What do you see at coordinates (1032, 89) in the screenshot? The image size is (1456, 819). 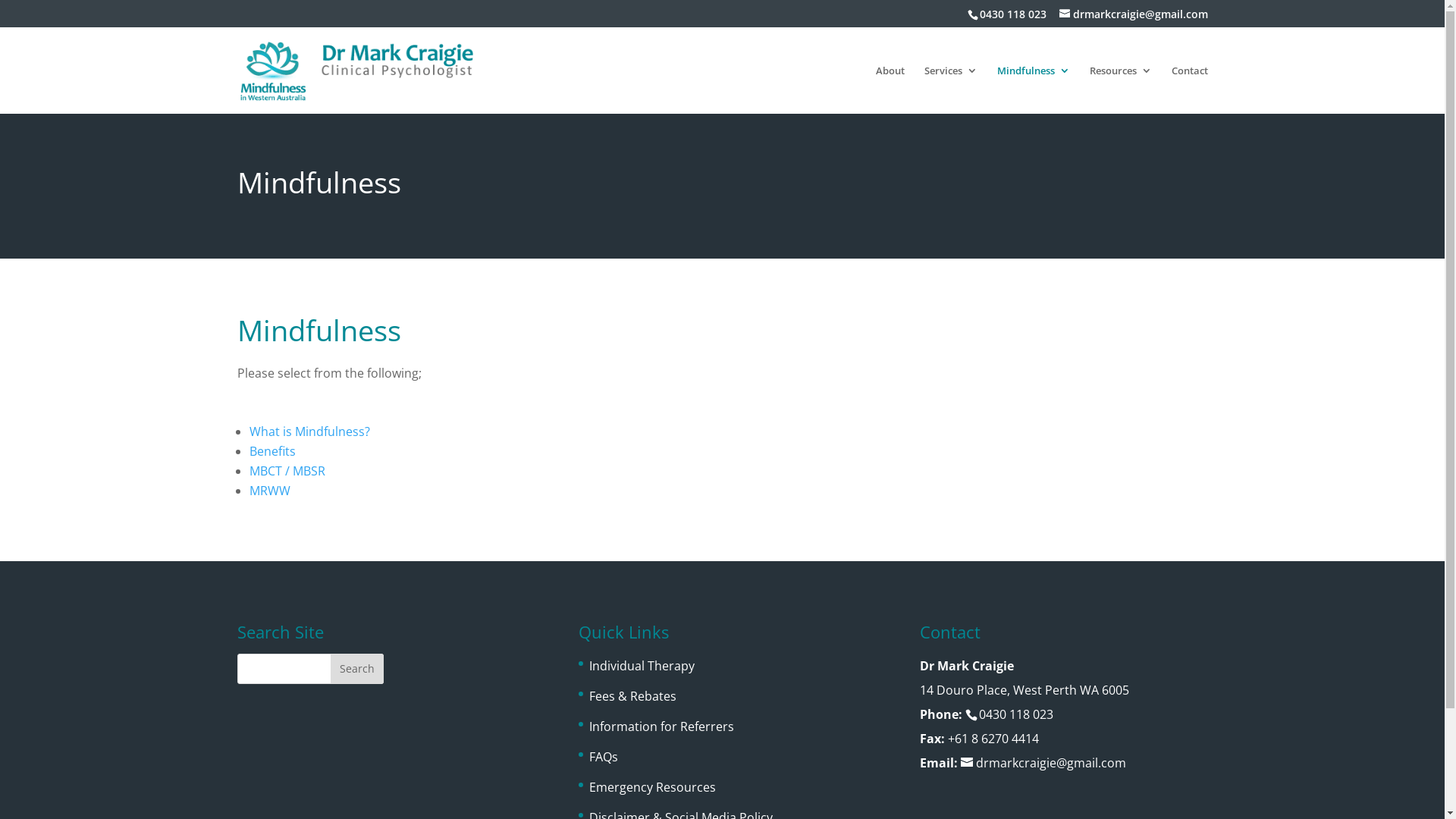 I see `'Mindfulness'` at bounding box center [1032, 89].